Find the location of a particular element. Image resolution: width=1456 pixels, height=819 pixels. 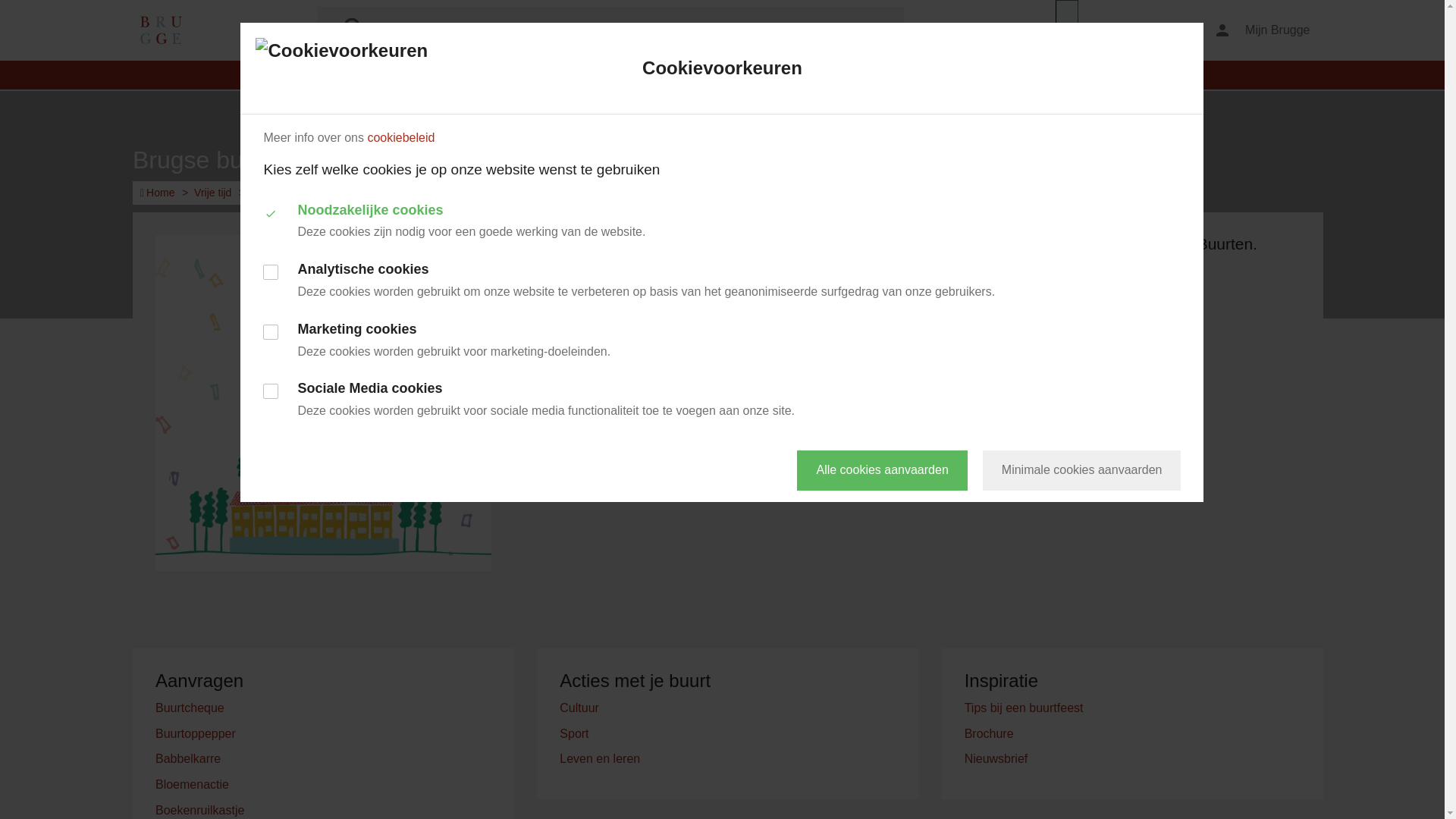

'Alle cookies aanvaarden' is located at coordinates (796, 469).